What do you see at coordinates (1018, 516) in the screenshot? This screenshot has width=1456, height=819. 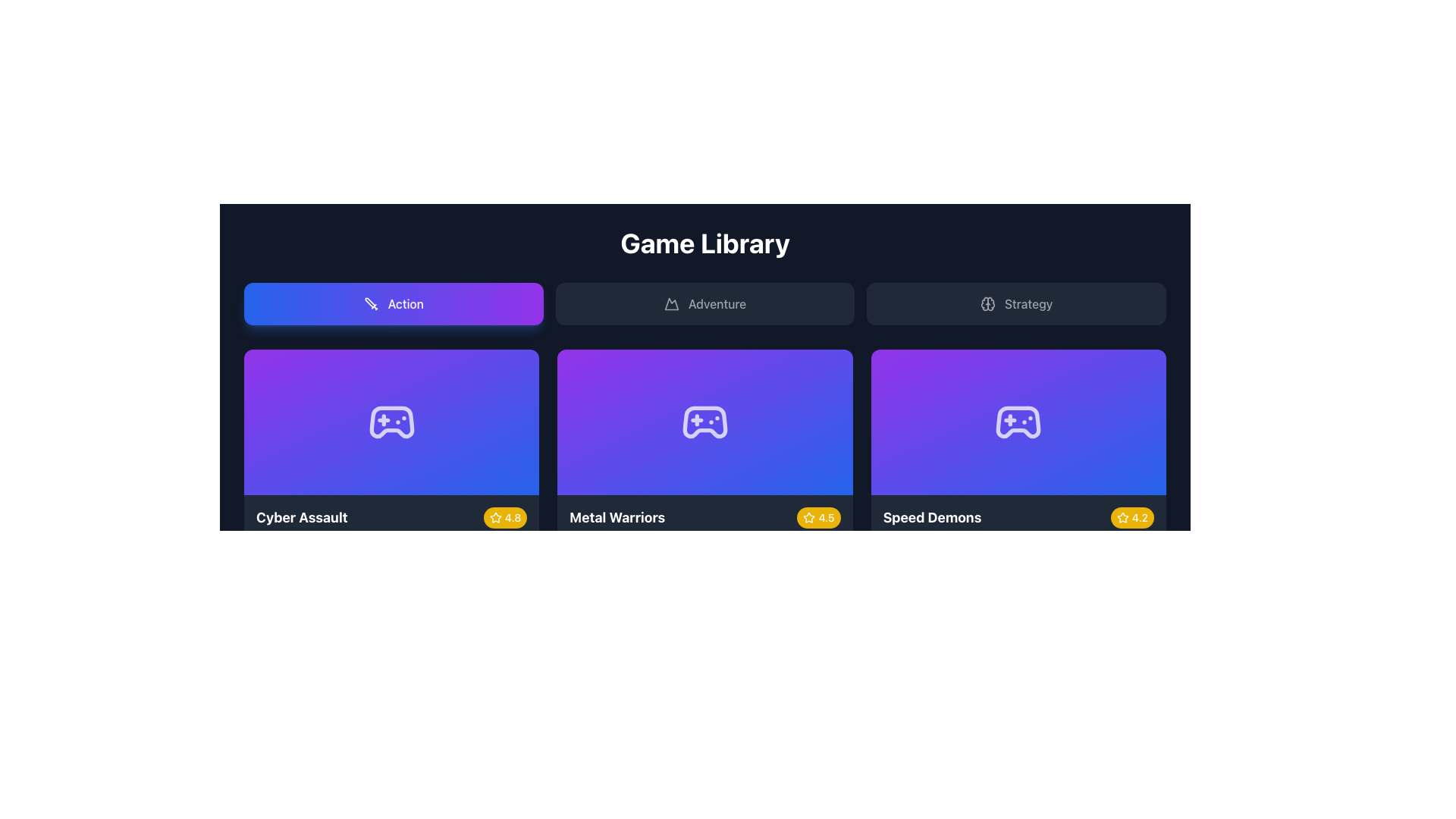 I see `the row containing the game title and rating badge` at bounding box center [1018, 516].